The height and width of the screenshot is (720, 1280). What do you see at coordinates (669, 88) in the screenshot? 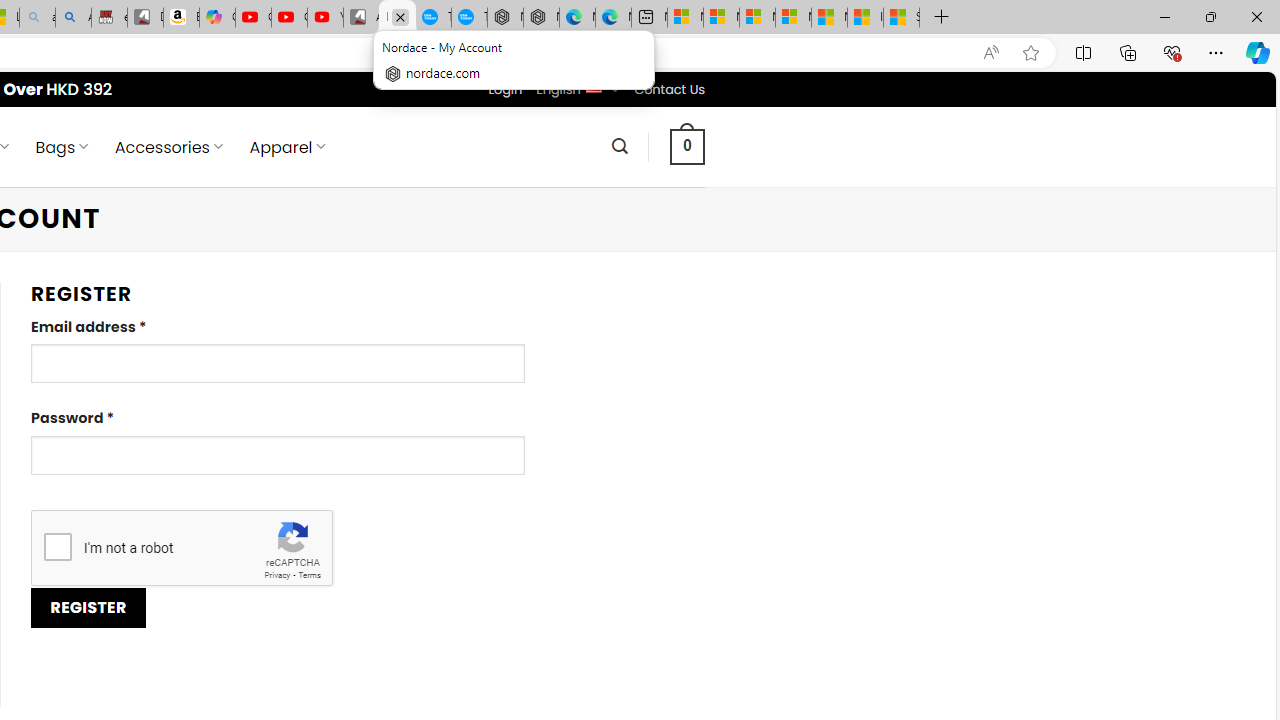
I see `'Contact Us'` at bounding box center [669, 88].